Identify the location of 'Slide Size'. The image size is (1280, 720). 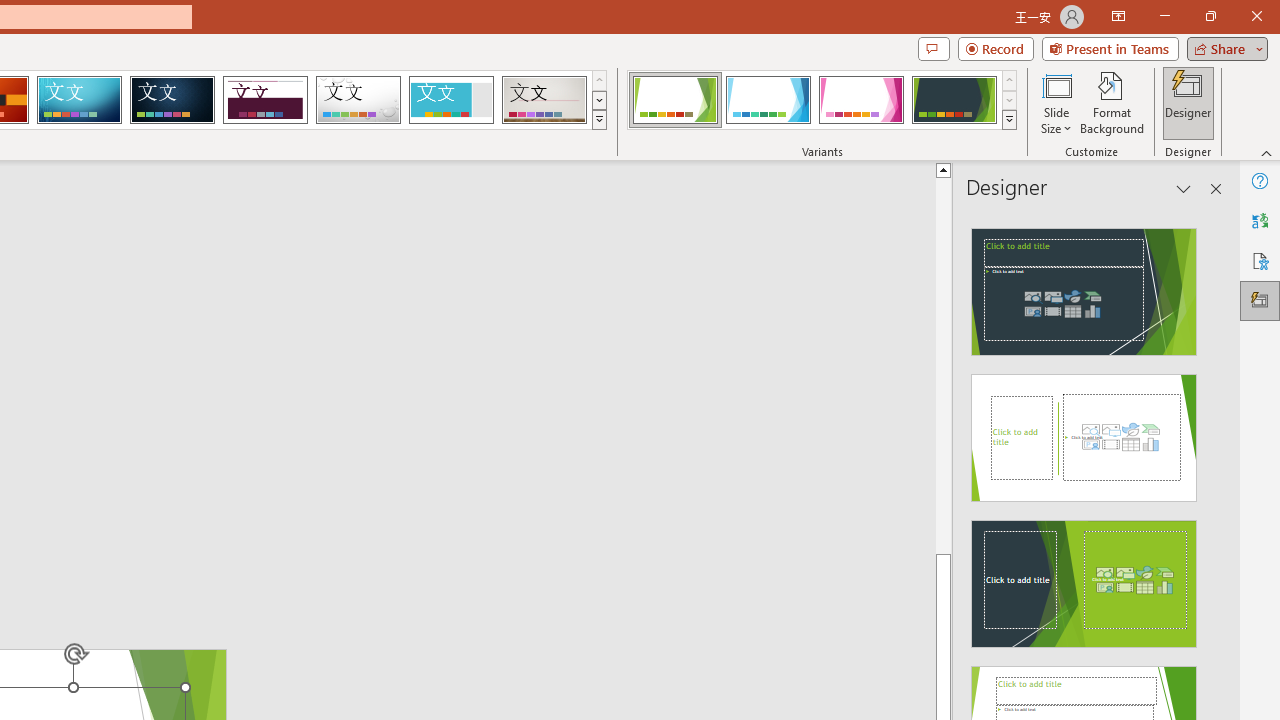
(1055, 103).